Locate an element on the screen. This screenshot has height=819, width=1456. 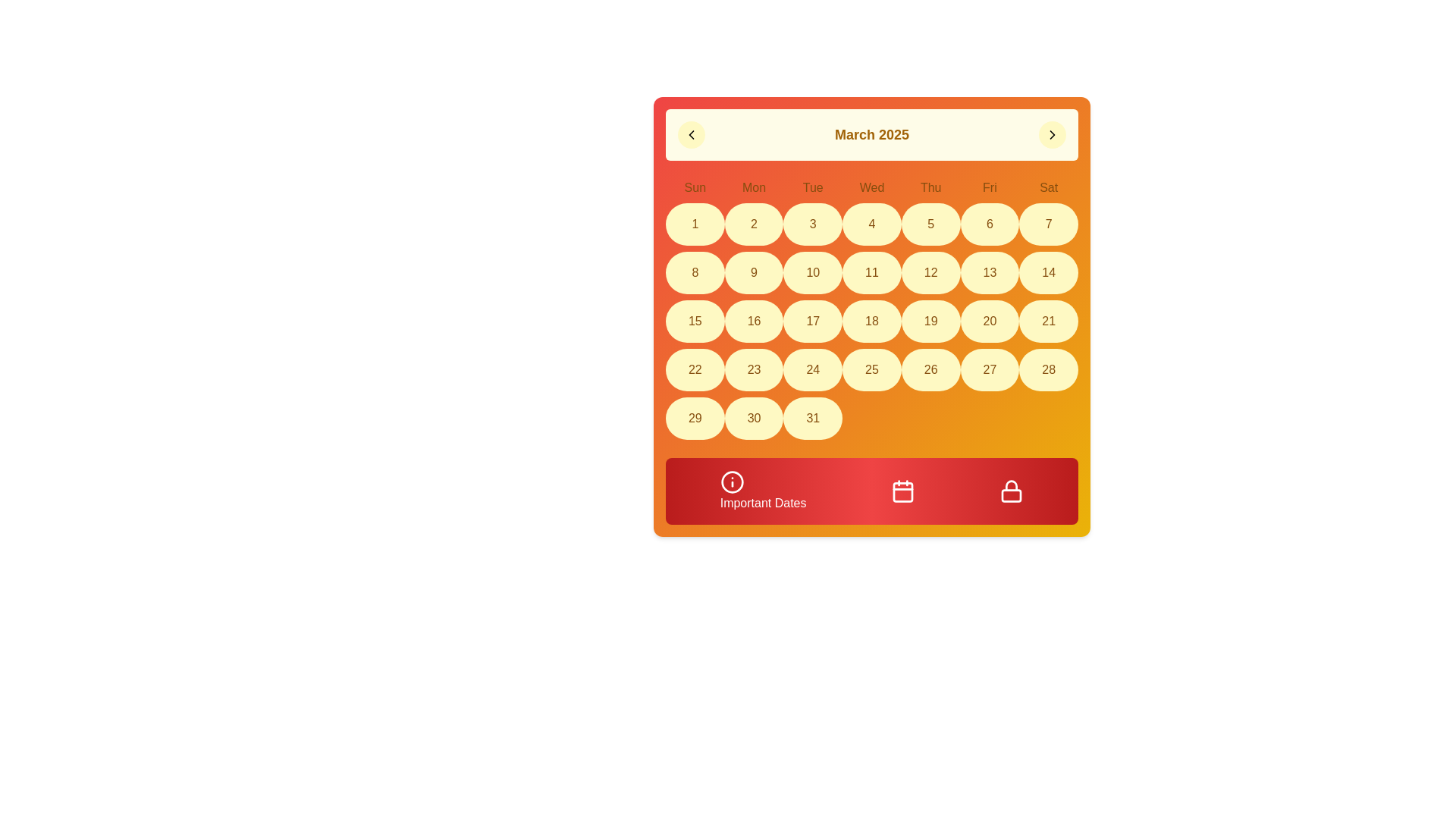
the circular button displaying the number '15' with a yellow background is located at coordinates (694, 321).